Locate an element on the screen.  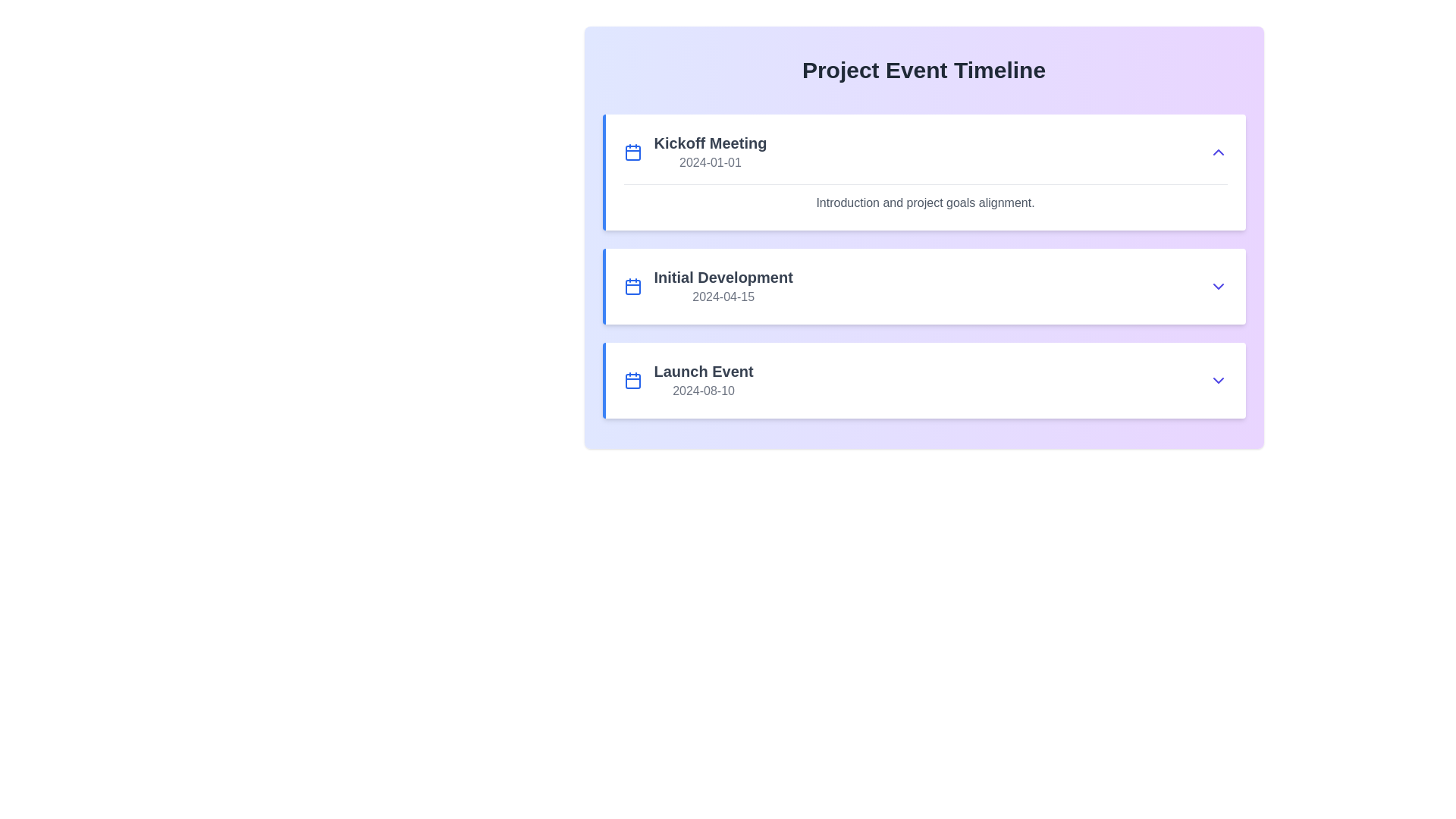
the text displaying the date for the 'Initial Development' event located below the 'Initial Development' label in the event card is located at coordinates (723, 297).